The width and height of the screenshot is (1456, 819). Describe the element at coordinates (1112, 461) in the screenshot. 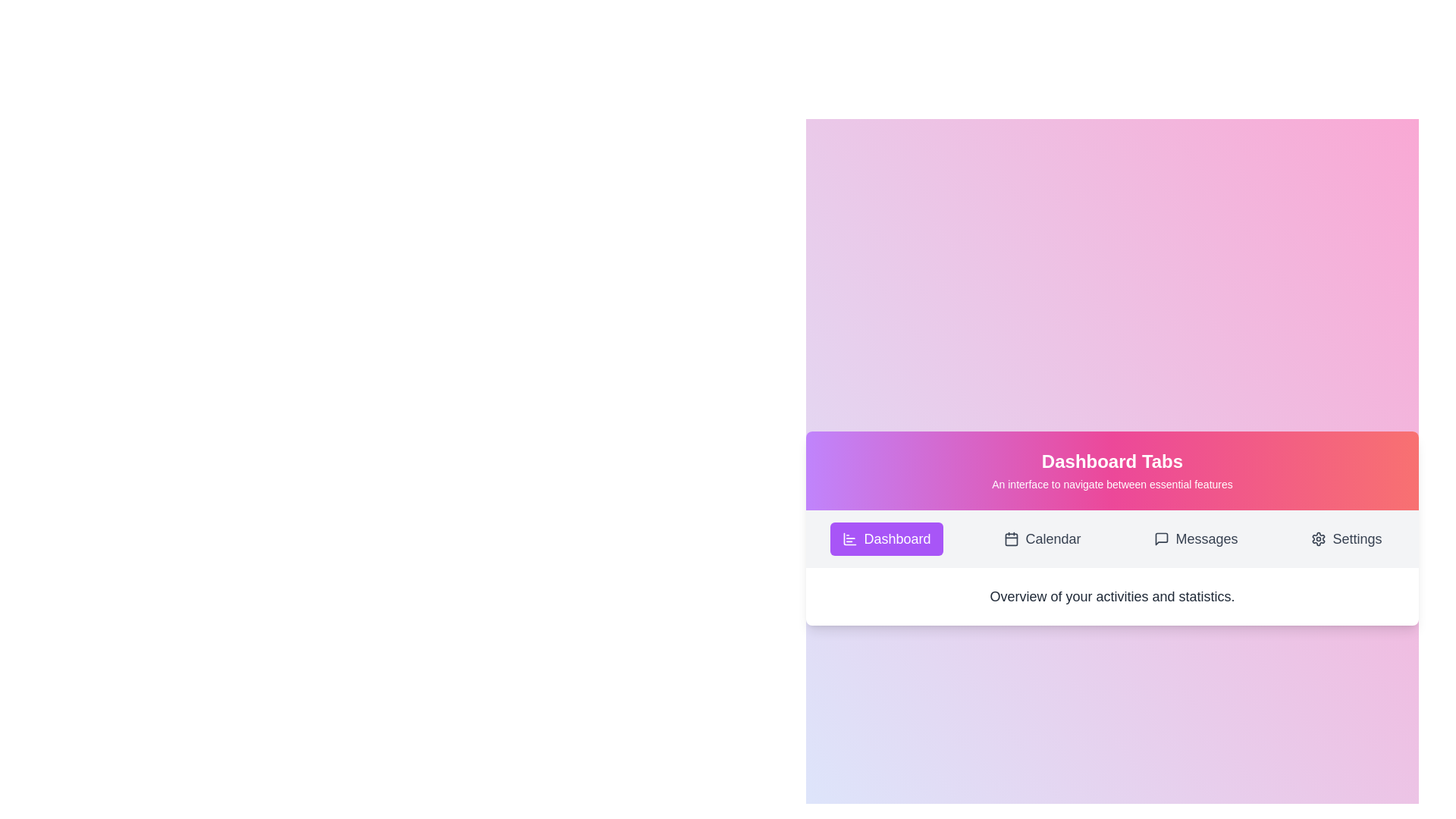

I see `the header label located at the top-center of the gradient-colored header area, which introduces the section below and is directly above the subtitle 'An interface to navigate between essential features'` at that location.